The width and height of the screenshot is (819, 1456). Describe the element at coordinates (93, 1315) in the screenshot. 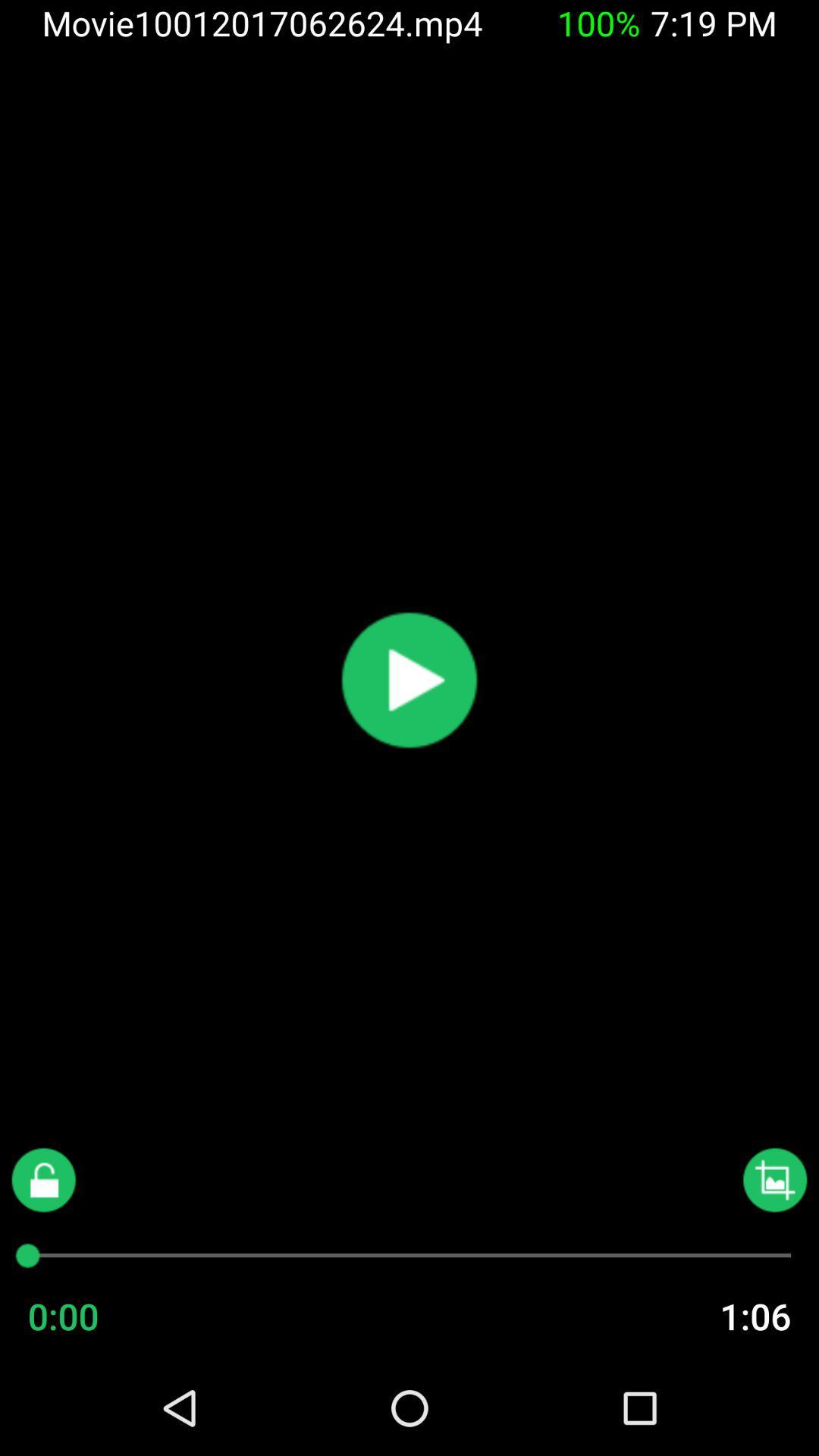

I see `the 0:00 icon` at that location.